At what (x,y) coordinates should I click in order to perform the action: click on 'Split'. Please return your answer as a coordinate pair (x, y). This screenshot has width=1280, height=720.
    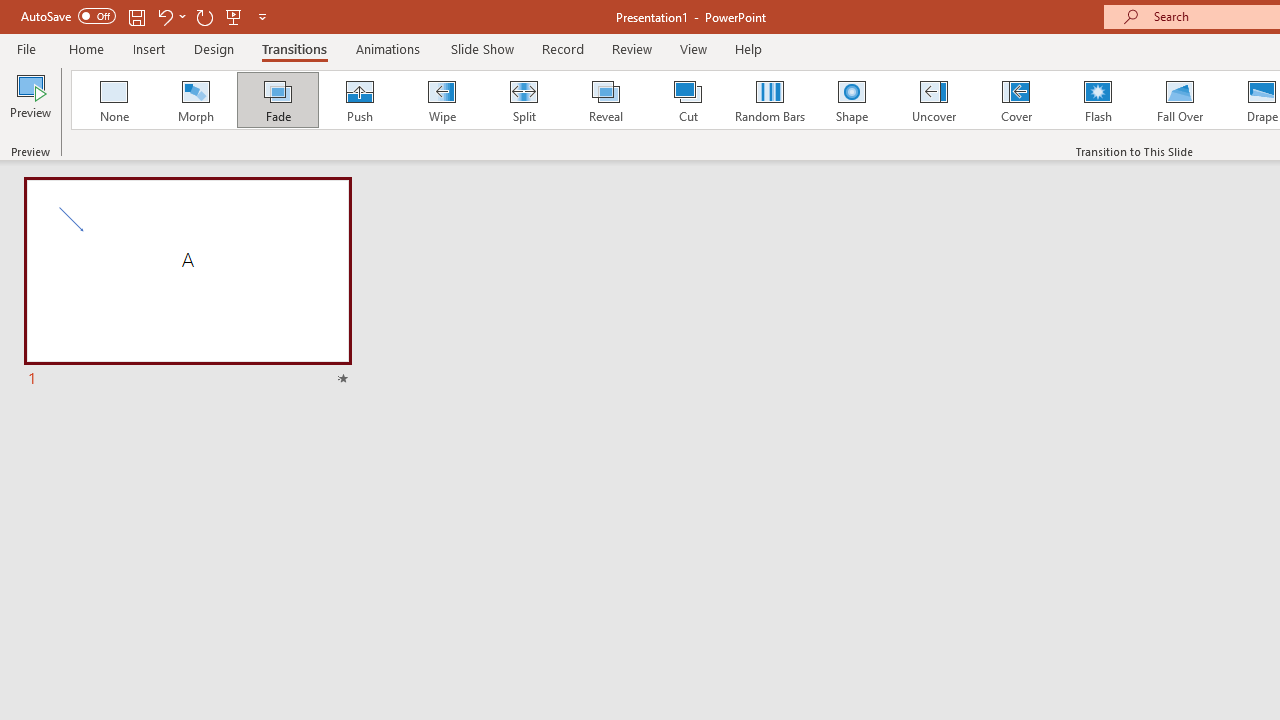
    Looking at the image, I should click on (523, 100).